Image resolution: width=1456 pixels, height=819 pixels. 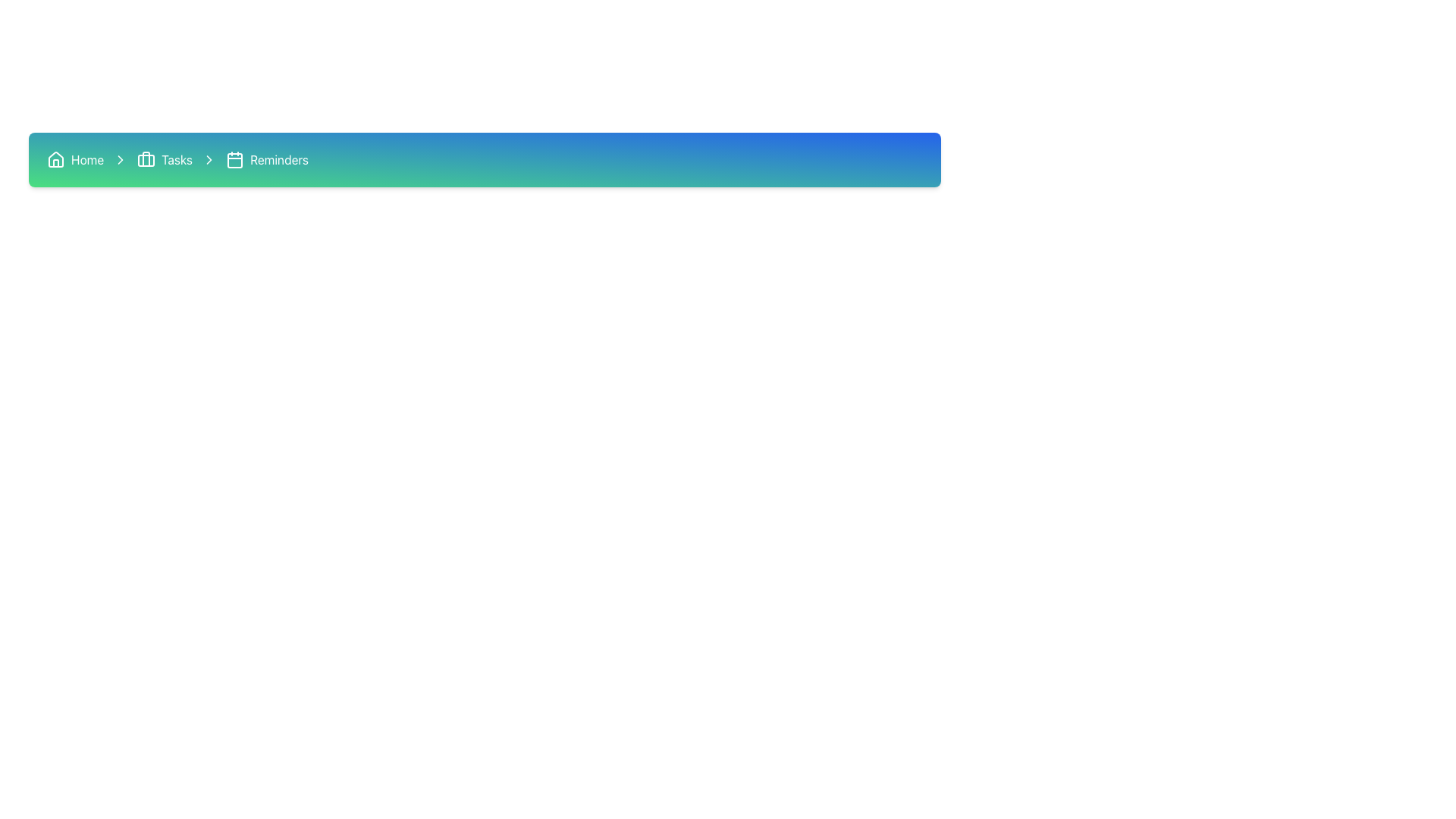 What do you see at coordinates (74, 160) in the screenshot?
I see `the first button in the horizontal navigation menu` at bounding box center [74, 160].